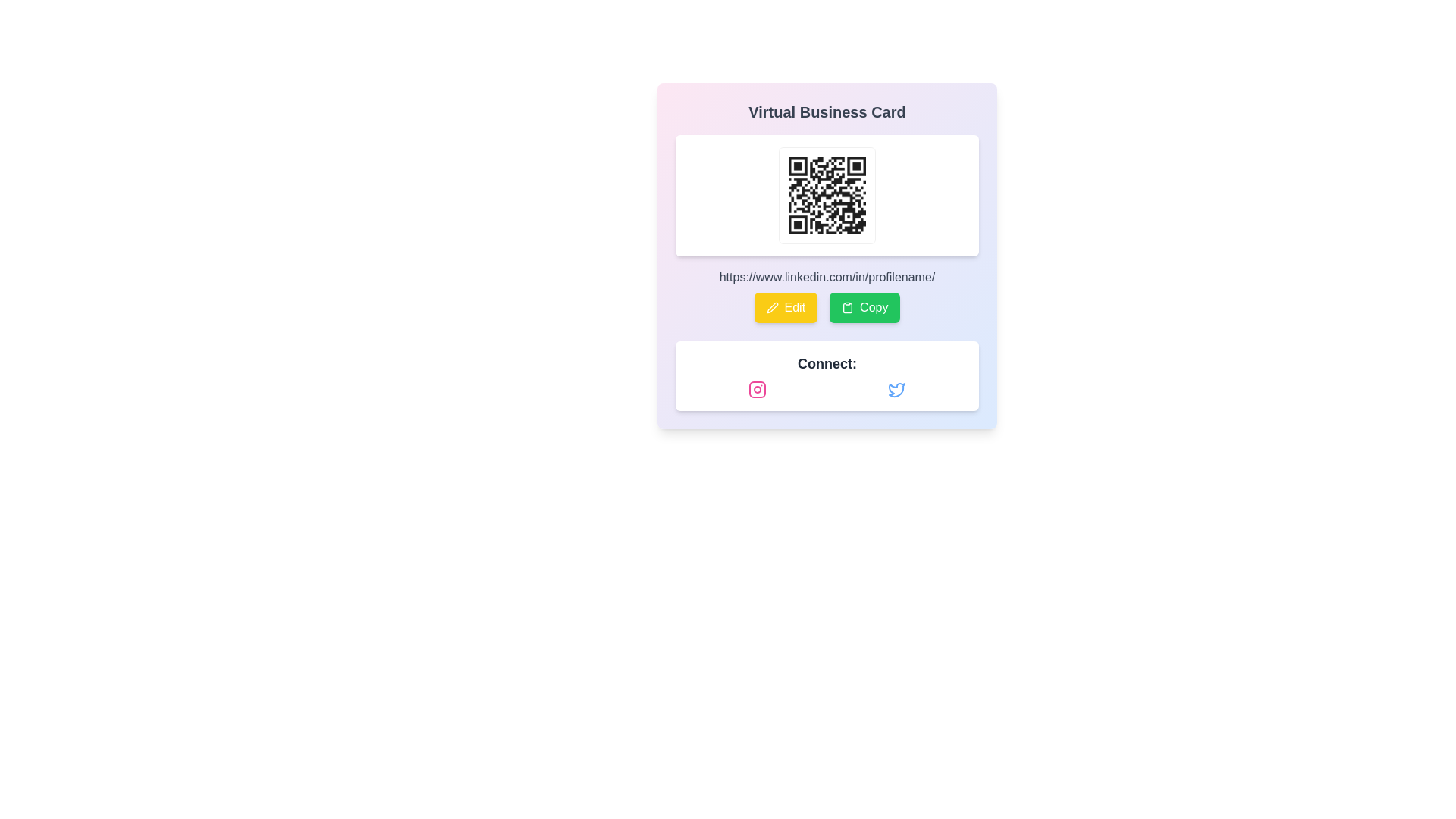  What do you see at coordinates (757, 388) in the screenshot?
I see `the main outer square with rounded corners of the Instagram logo located in the 'Connect:' section of the interface` at bounding box center [757, 388].